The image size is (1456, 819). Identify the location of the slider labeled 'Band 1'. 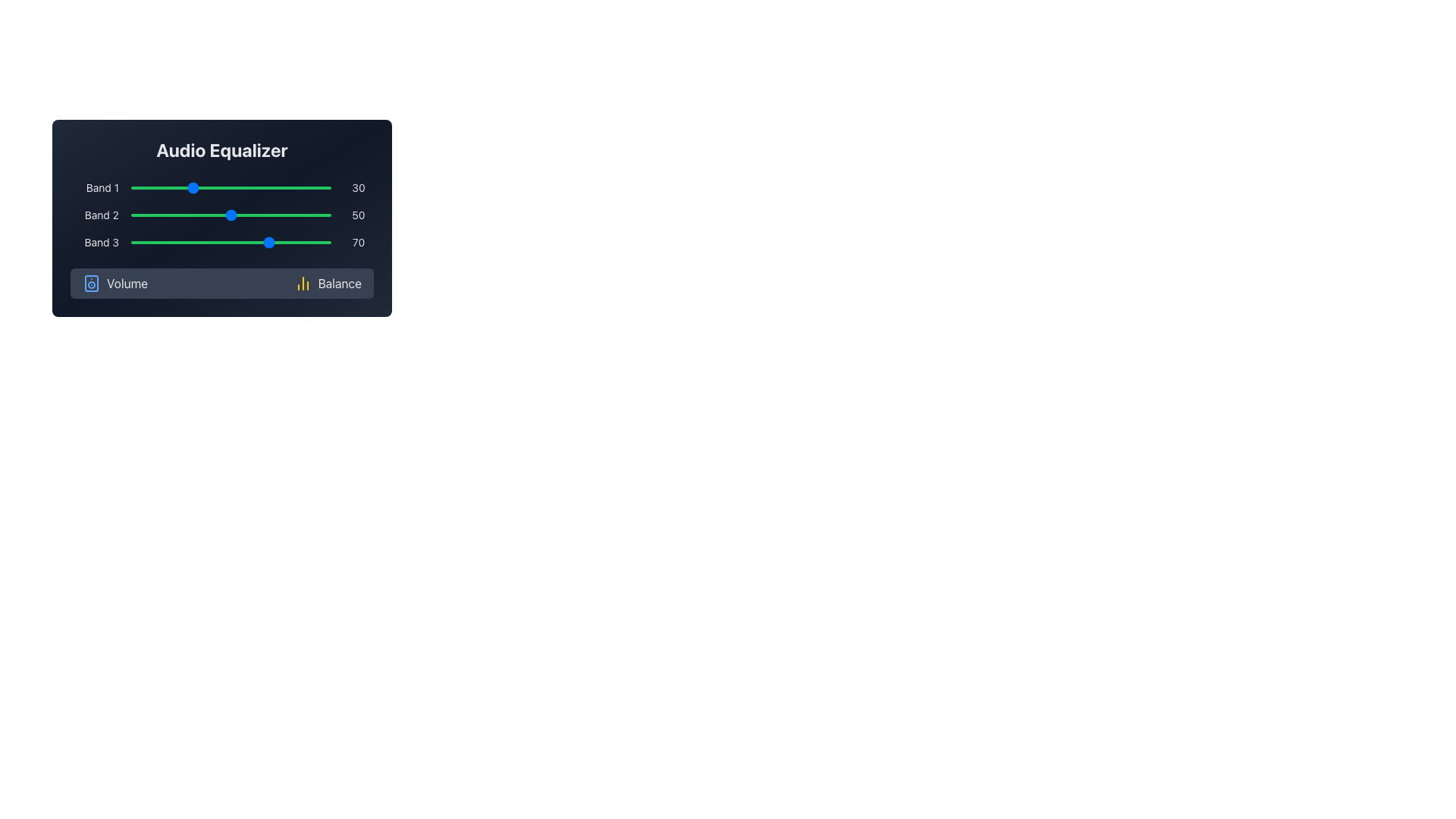
(267, 187).